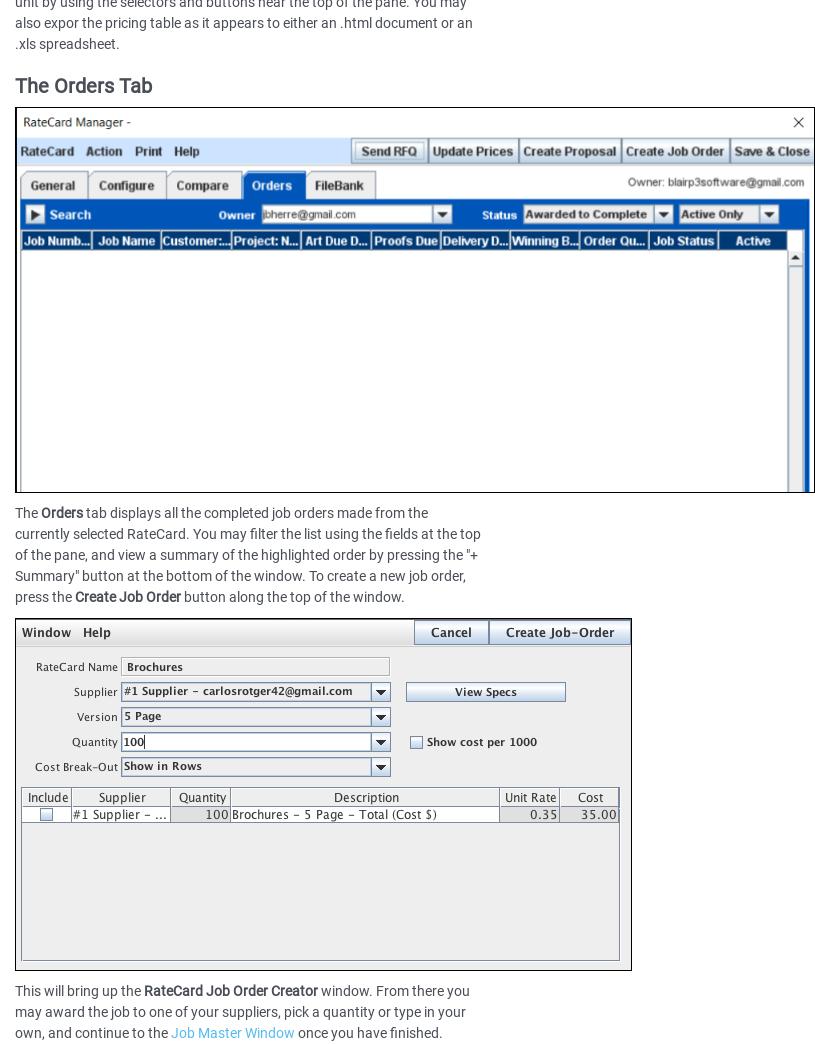 The height and width of the screenshot is (1044, 815). What do you see at coordinates (61, 513) in the screenshot?
I see `'Orders'` at bounding box center [61, 513].